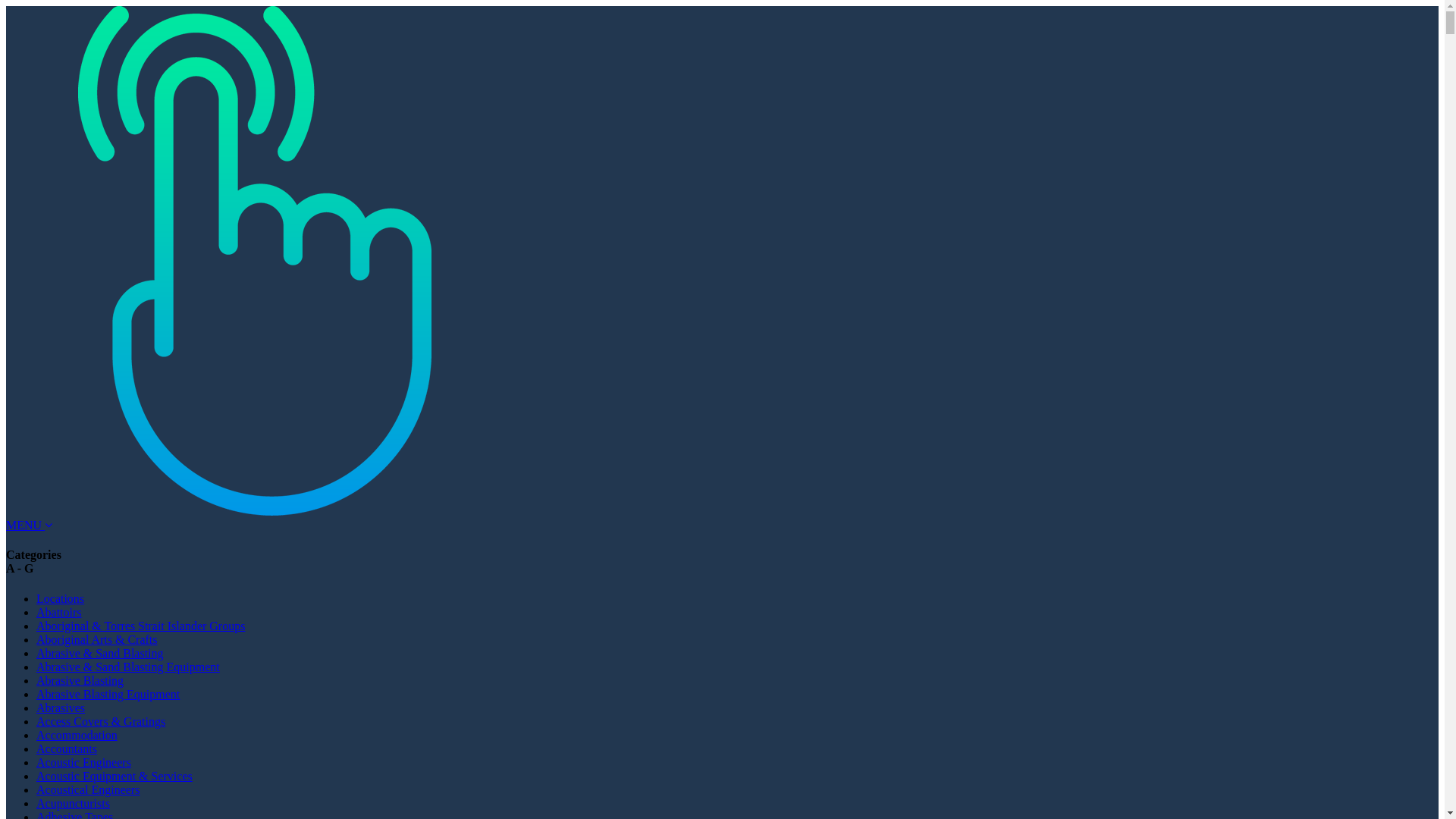 The height and width of the screenshot is (819, 1456). I want to click on 'Abrasive & Sand Blasting Equipment', so click(127, 666).